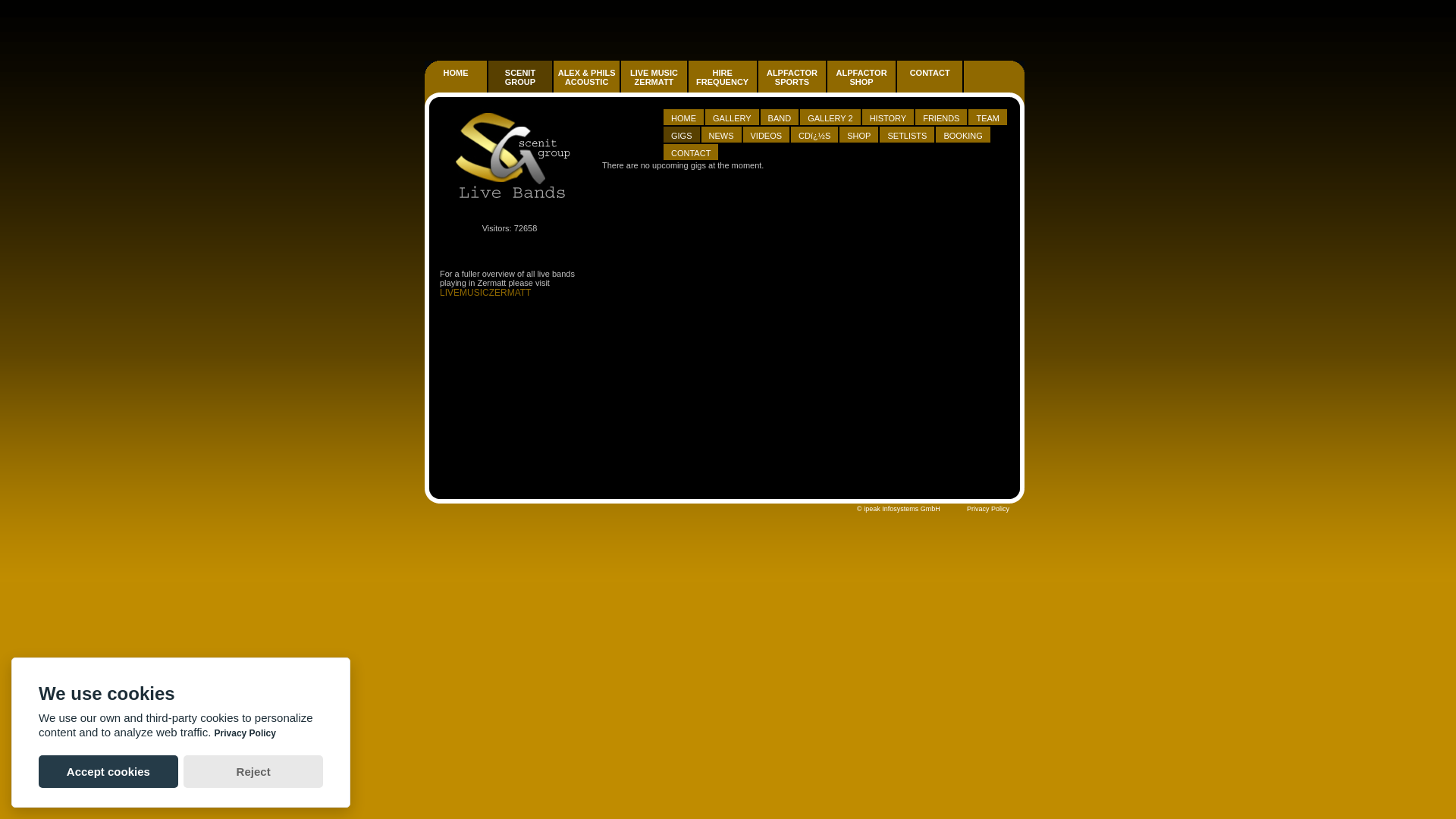 This screenshot has height=819, width=1456. What do you see at coordinates (520, 84) in the screenshot?
I see `'SCENIT` at bounding box center [520, 84].